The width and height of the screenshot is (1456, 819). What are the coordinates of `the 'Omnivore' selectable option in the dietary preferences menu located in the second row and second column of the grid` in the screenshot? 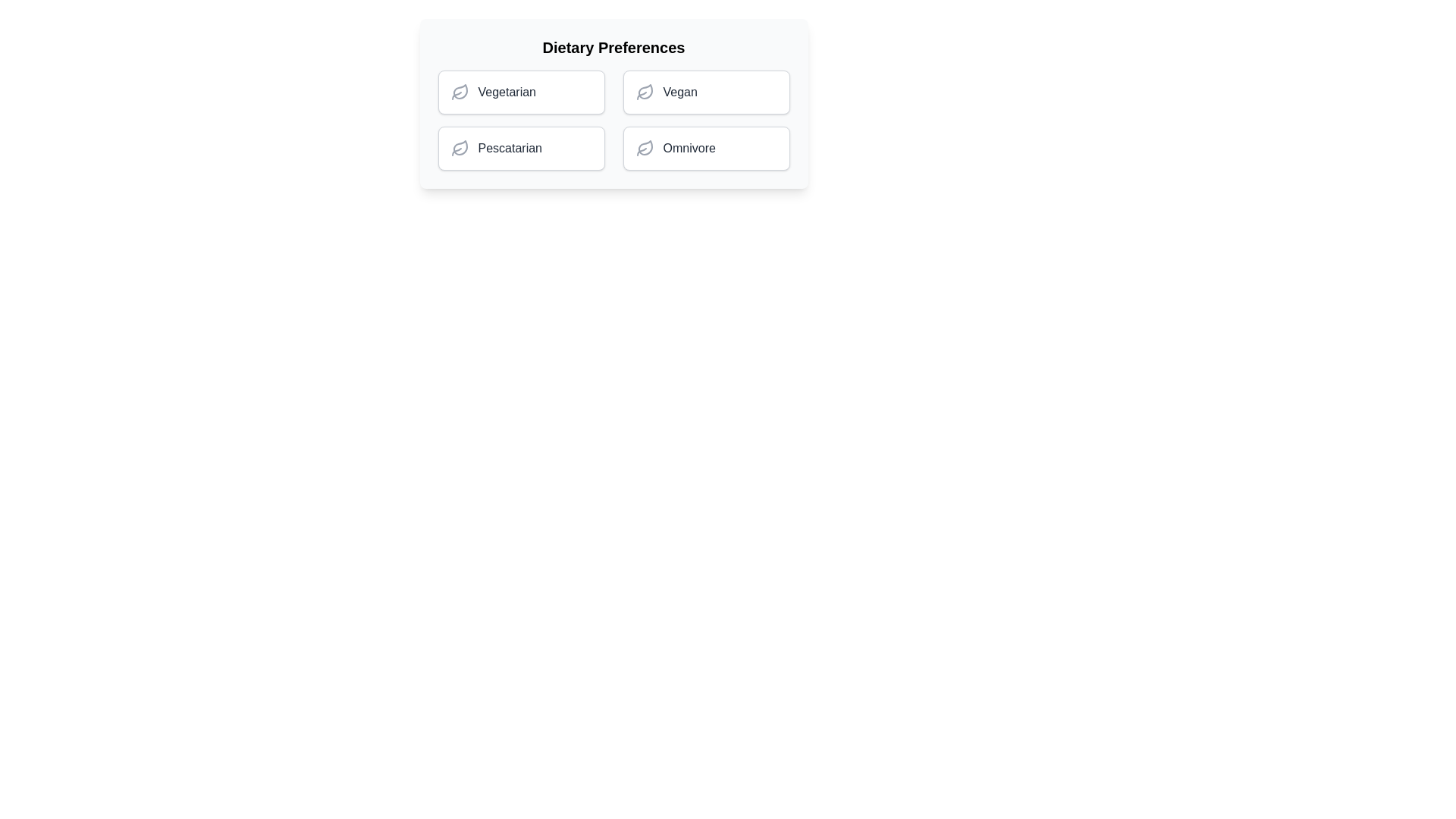 It's located at (705, 149).